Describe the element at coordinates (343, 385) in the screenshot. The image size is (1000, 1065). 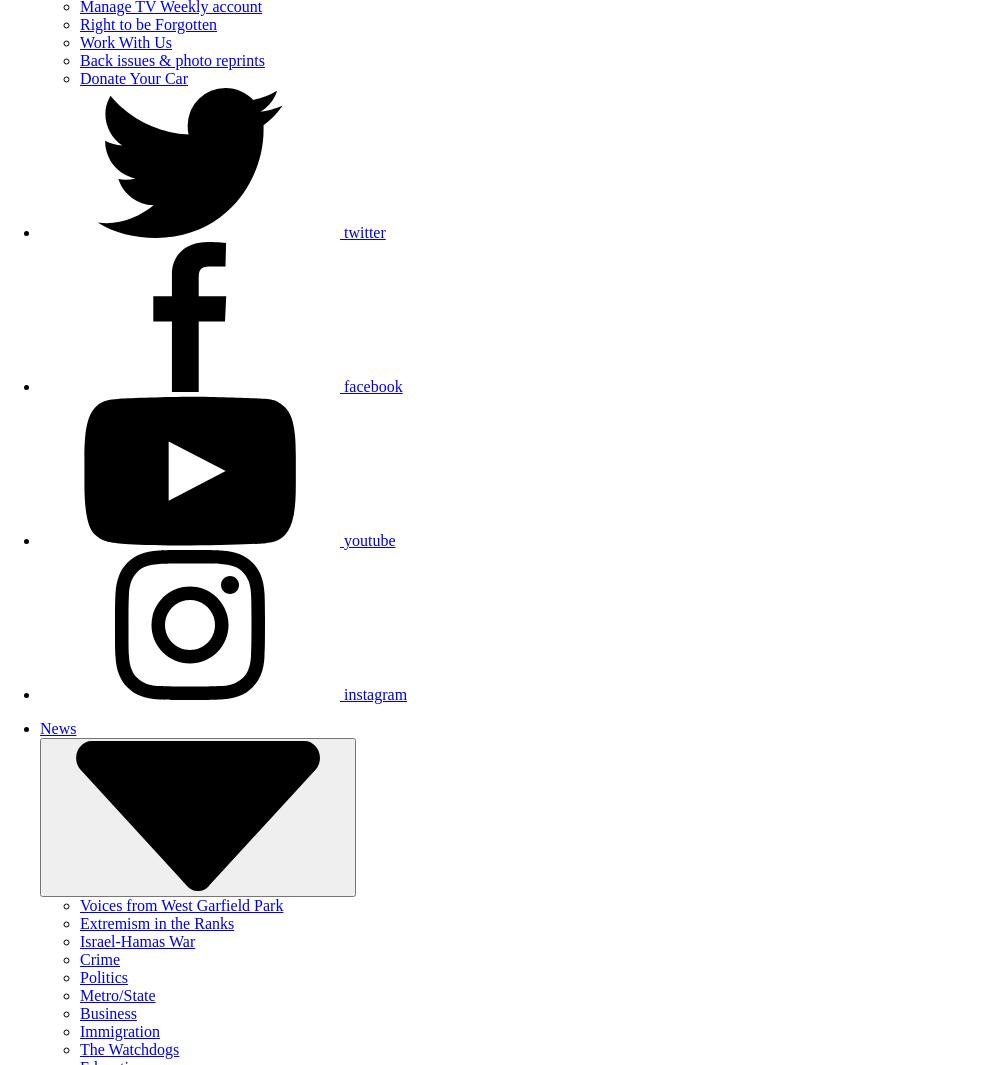
I see `'facebook'` at that location.